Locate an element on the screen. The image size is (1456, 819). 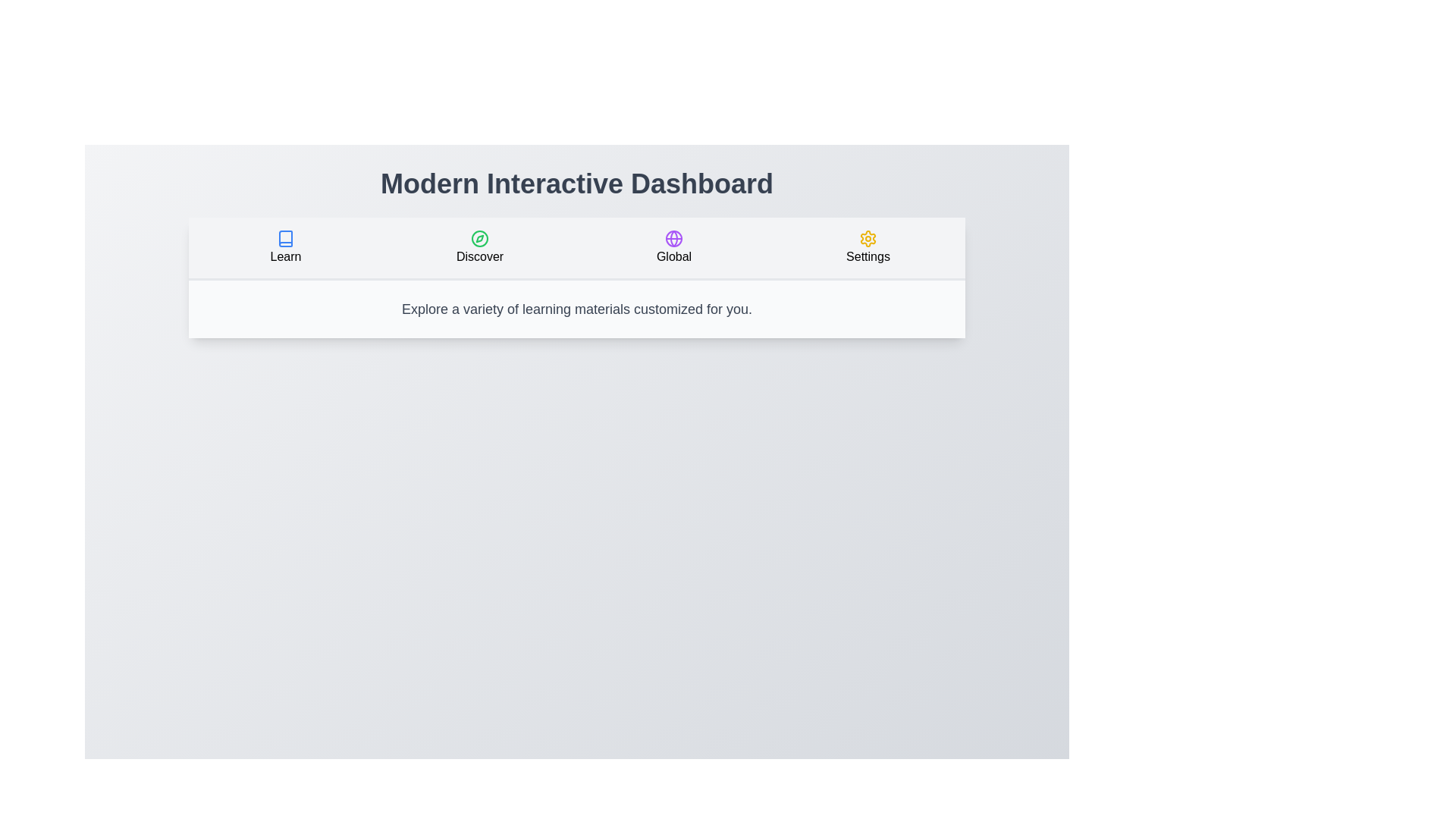
the 'Discover' navigation tab located in the middle second position of the horizontal navigation bar is located at coordinates (479, 247).